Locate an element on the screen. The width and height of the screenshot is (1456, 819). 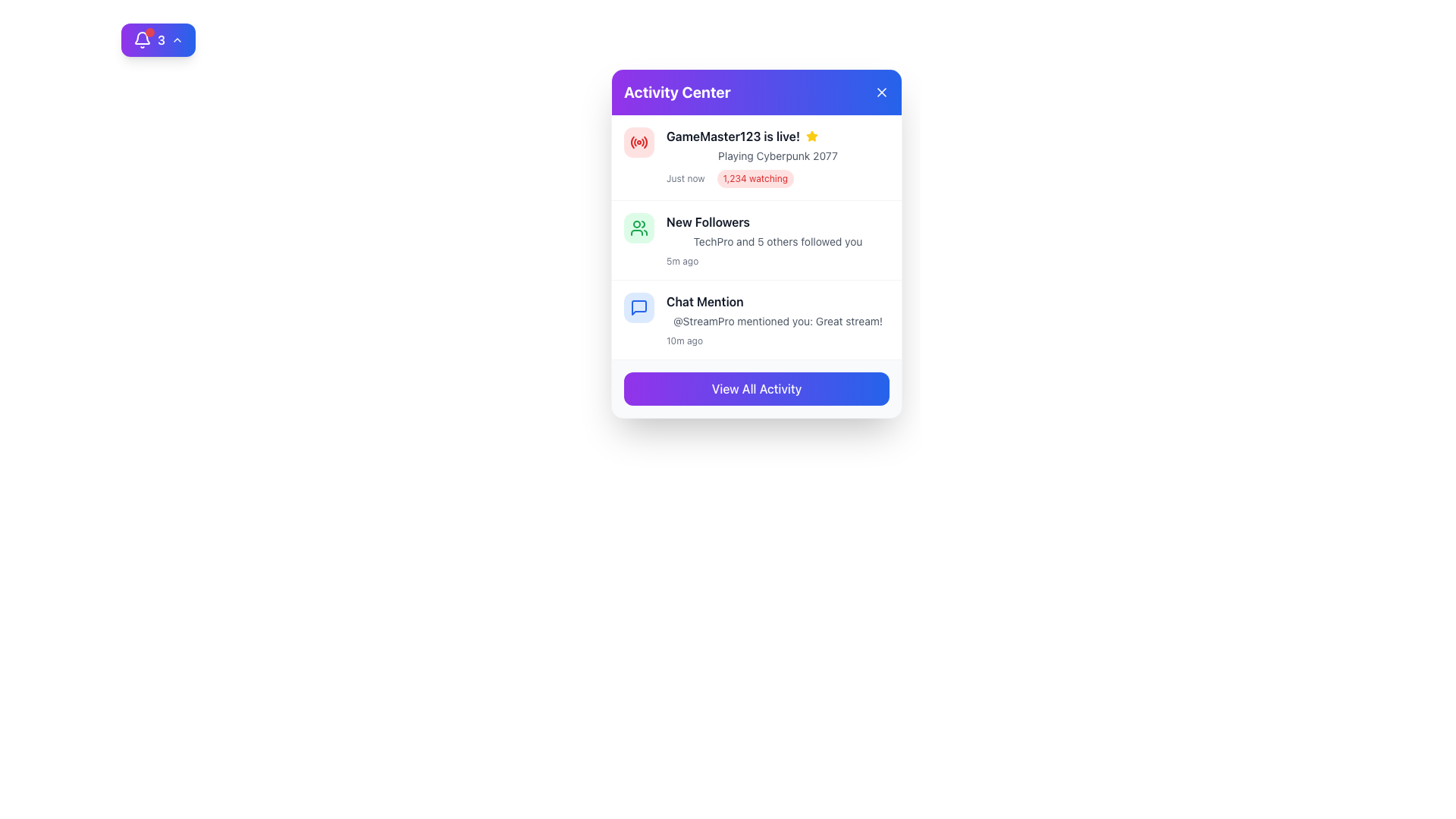
the neighboring elements of the 'Chat Mention' text label, which serves as a title for the associated notification in the activity center card is located at coordinates (704, 301).